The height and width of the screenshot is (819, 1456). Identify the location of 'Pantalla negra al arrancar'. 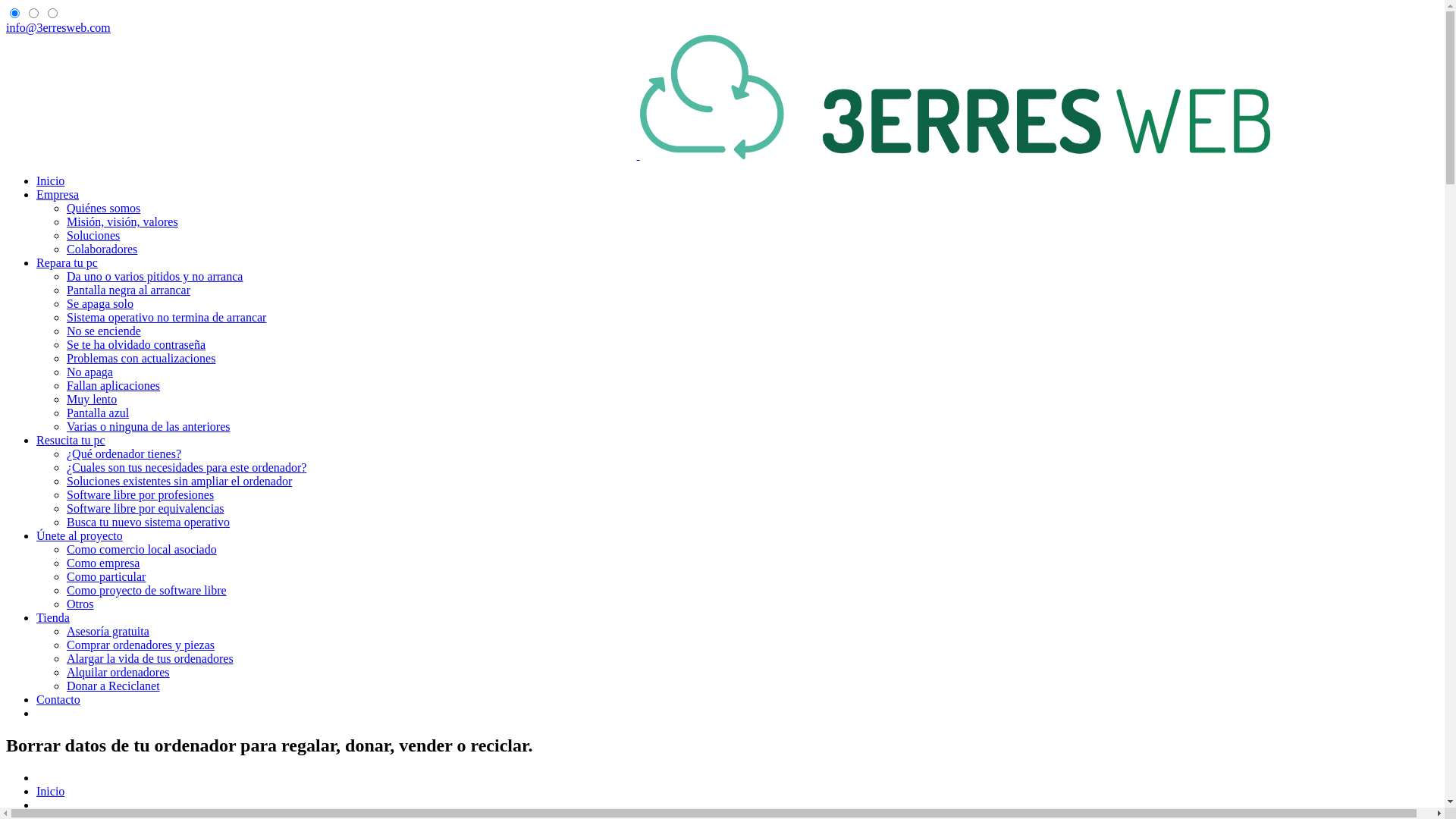
(128, 290).